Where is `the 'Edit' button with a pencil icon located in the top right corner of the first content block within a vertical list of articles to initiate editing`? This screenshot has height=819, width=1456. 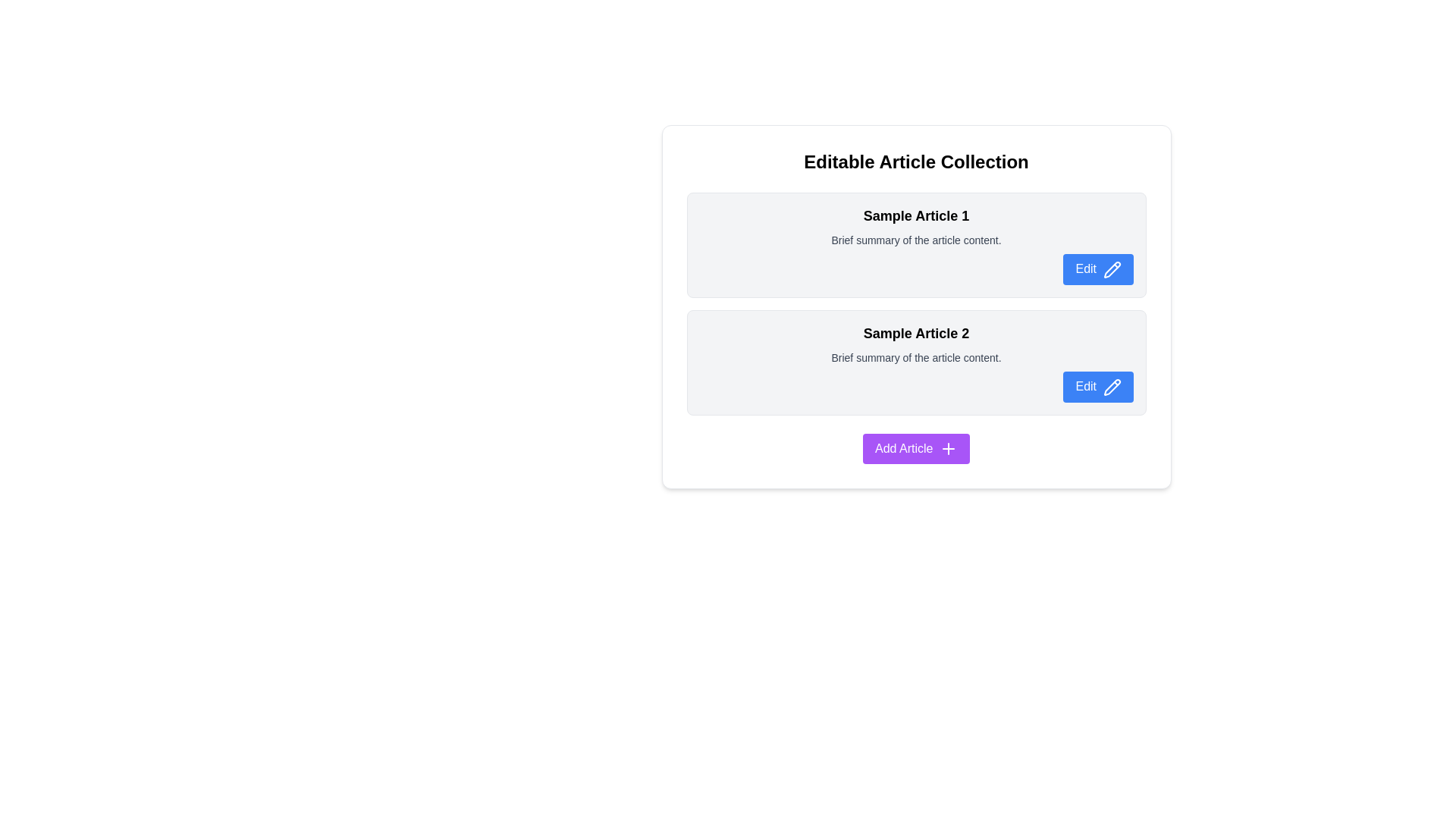 the 'Edit' button with a pencil icon located in the top right corner of the first content block within a vertical list of articles to initiate editing is located at coordinates (1098, 268).